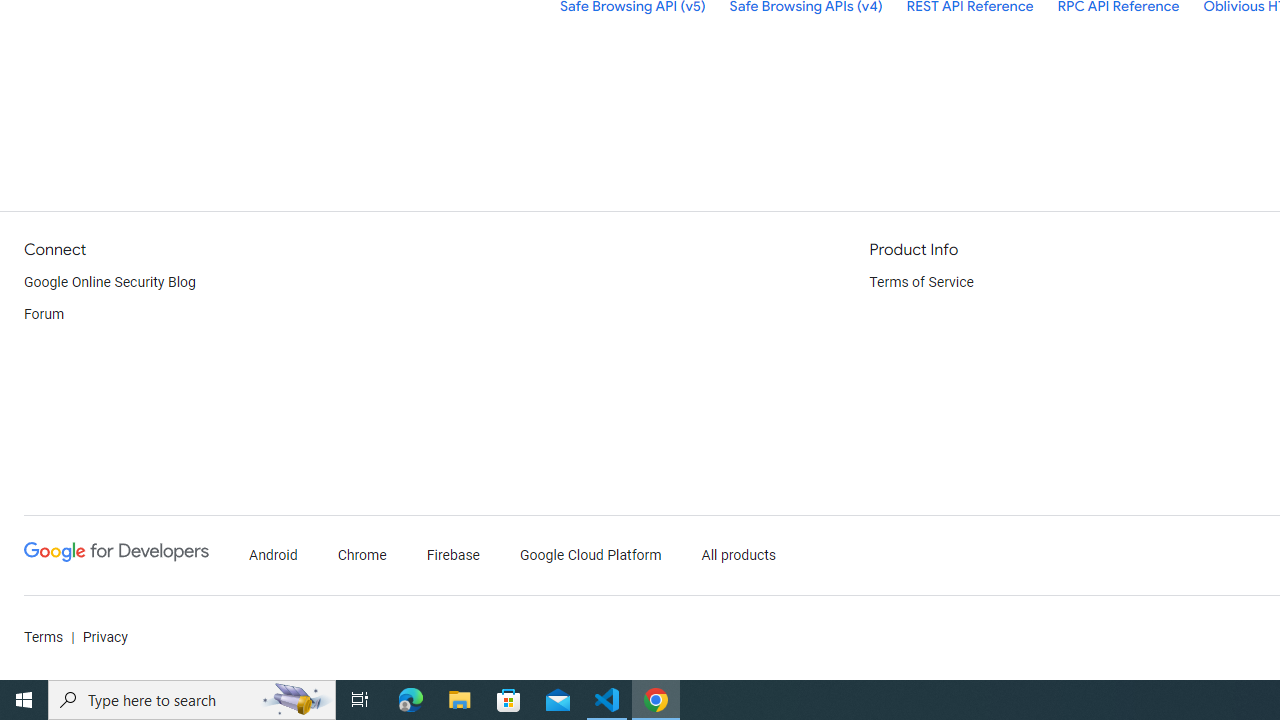 The width and height of the screenshot is (1280, 720). Describe the element at coordinates (109, 282) in the screenshot. I see `'Google Online Security Blog'` at that location.